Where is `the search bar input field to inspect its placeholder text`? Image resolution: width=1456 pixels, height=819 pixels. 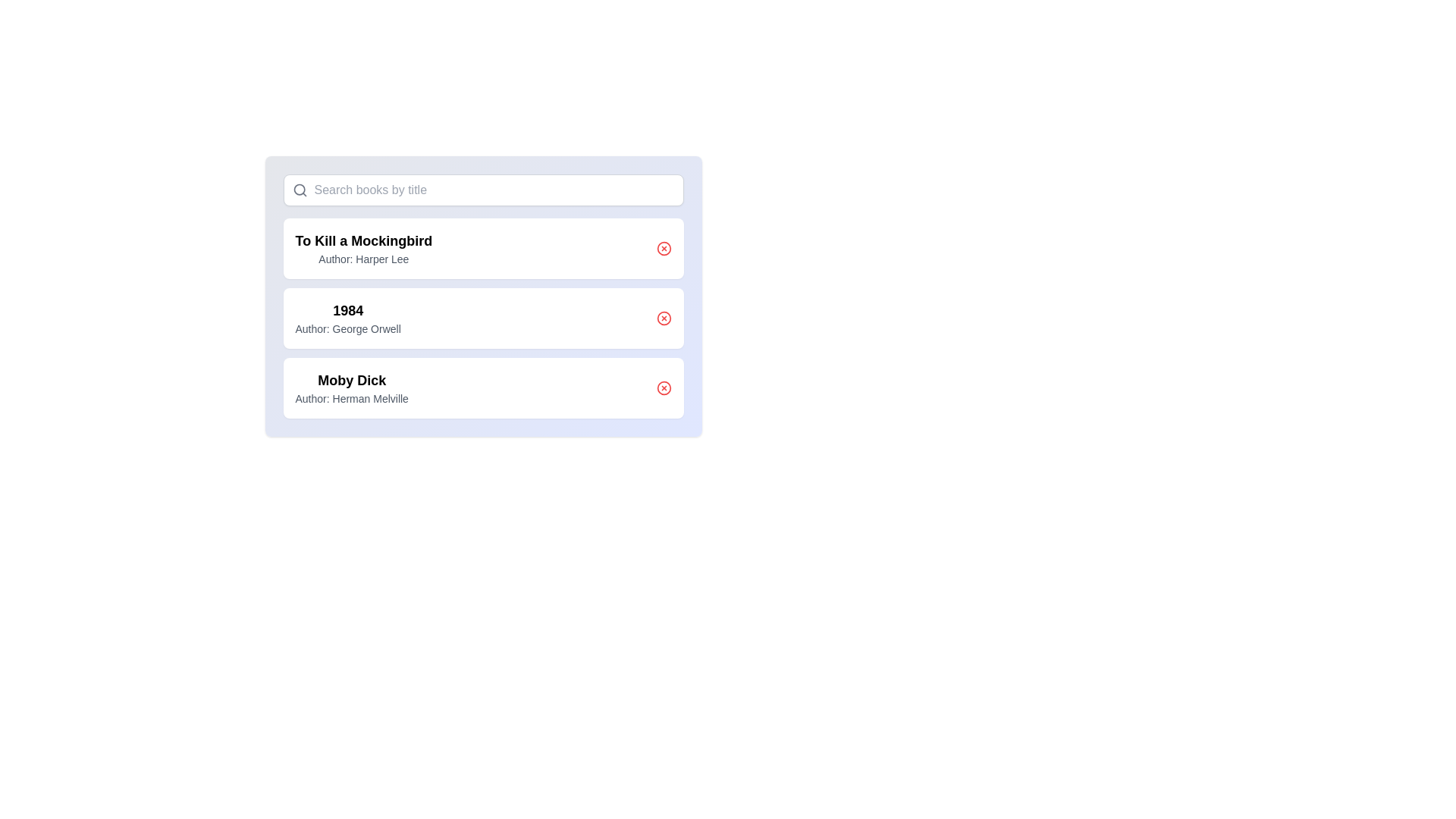
the search bar input field to inspect its placeholder text is located at coordinates (482, 189).